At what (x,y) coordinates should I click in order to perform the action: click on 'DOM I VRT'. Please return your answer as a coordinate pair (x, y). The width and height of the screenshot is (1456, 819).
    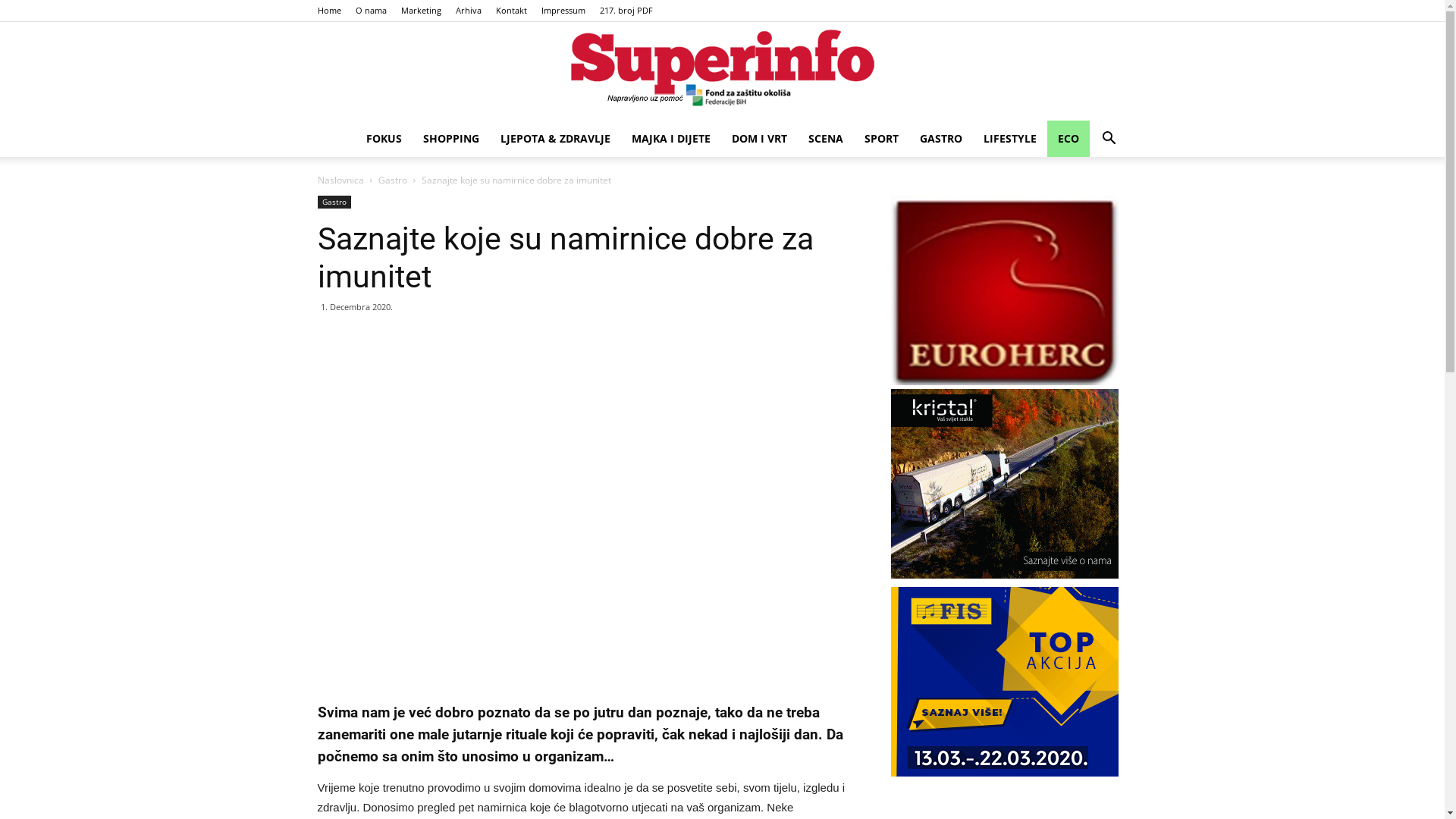
    Looking at the image, I should click on (720, 138).